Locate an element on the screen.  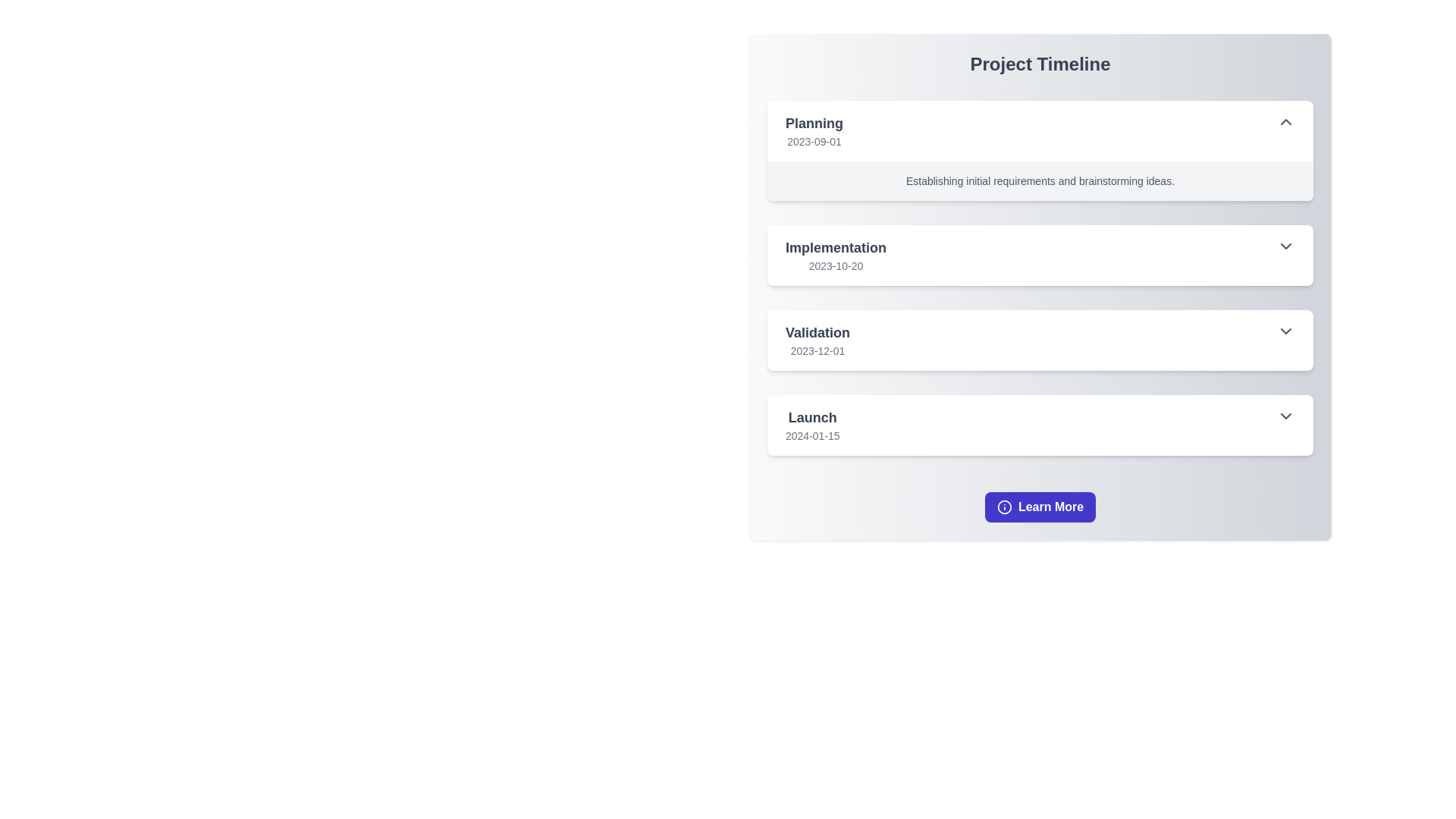
the chevron up icon button located on the far right side of the 'Planning' item row within the 'Project Timeline' section is located at coordinates (1285, 121).